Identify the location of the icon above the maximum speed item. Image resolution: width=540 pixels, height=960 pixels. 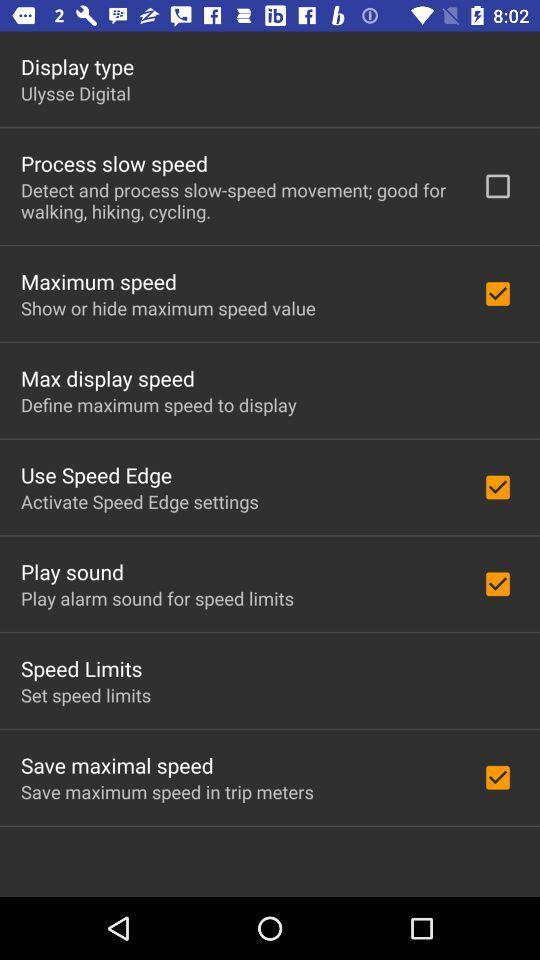
(238, 200).